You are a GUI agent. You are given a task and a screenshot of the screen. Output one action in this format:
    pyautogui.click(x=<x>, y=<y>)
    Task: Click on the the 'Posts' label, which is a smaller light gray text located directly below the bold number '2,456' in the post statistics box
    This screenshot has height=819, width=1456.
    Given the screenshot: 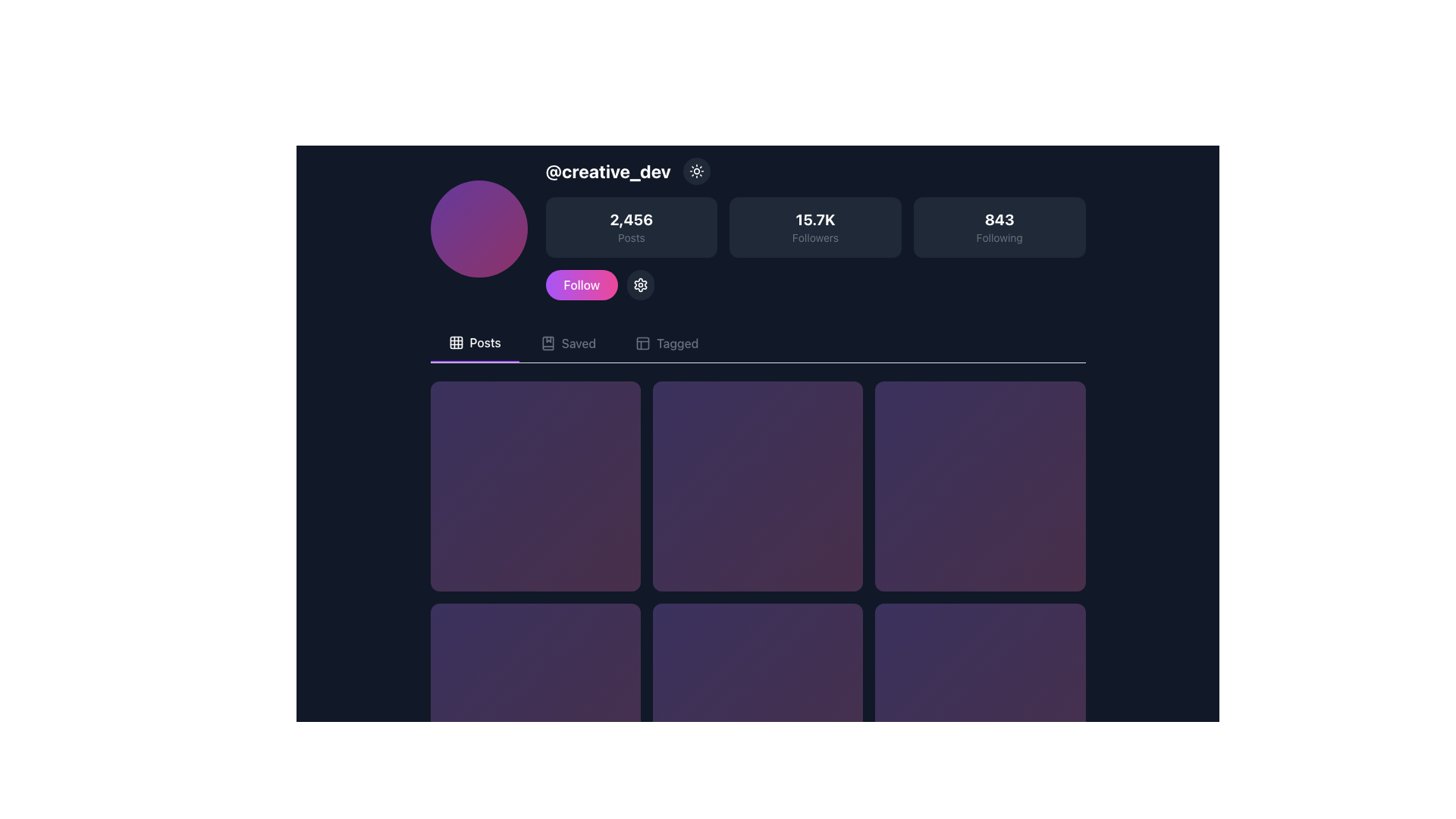 What is the action you would take?
    pyautogui.click(x=631, y=237)
    